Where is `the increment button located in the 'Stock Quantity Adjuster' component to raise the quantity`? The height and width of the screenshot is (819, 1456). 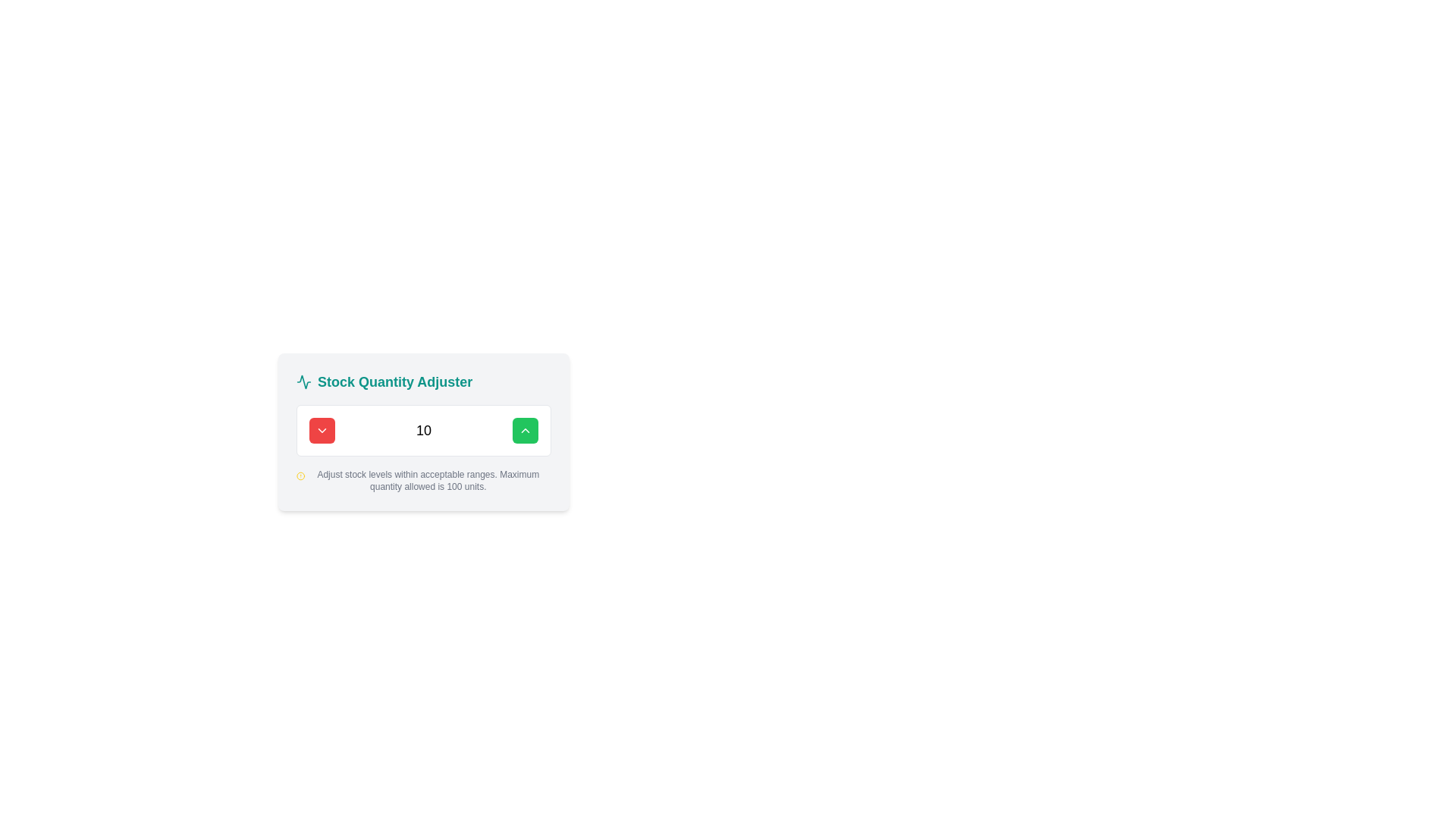 the increment button located in the 'Stock Quantity Adjuster' component to raise the quantity is located at coordinates (423, 432).